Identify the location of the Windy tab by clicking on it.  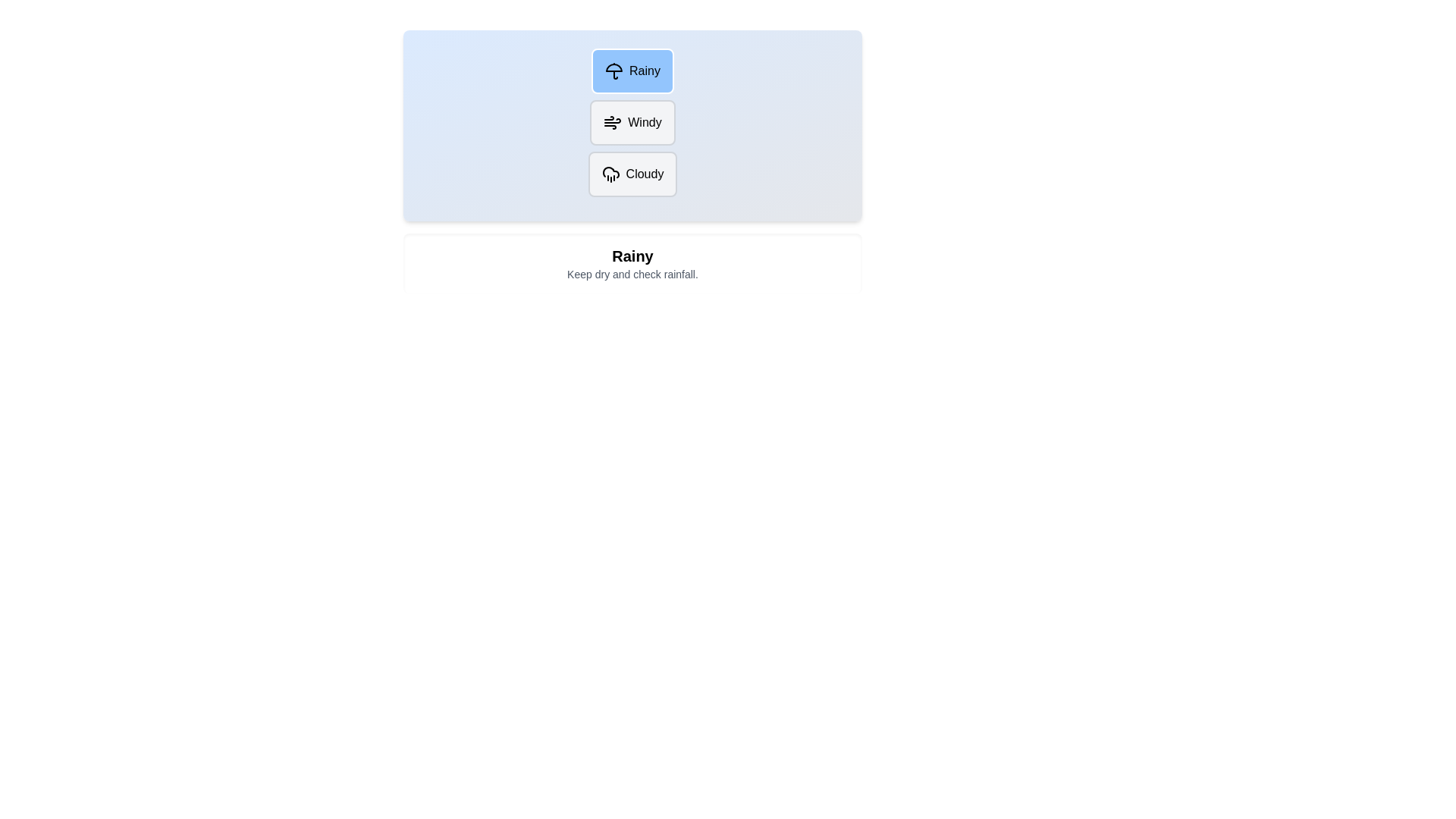
(632, 122).